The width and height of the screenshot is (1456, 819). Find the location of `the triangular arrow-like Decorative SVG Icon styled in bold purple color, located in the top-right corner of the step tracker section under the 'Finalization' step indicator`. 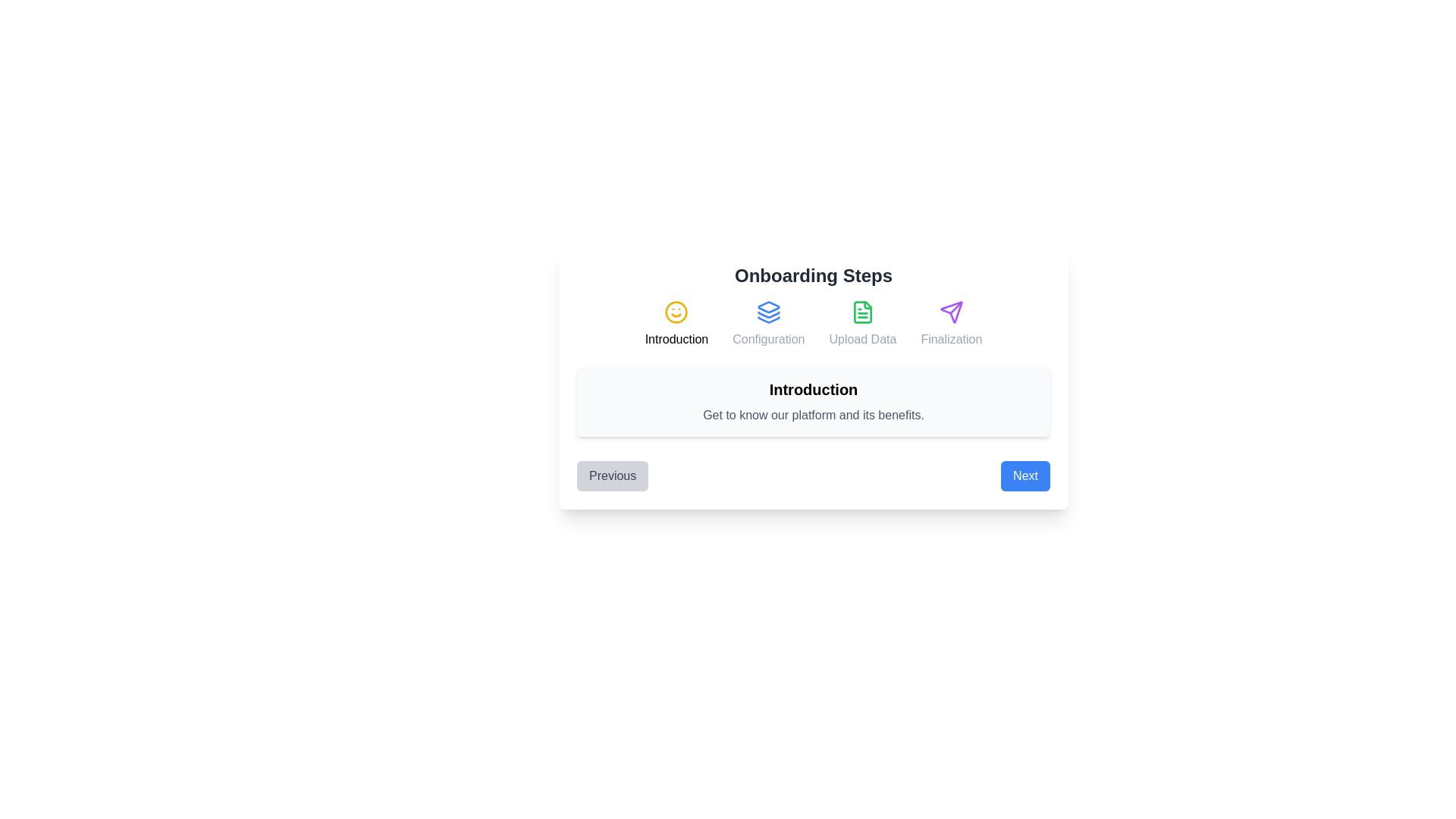

the triangular arrow-like Decorative SVG Icon styled in bold purple color, located in the top-right corner of the step tracker section under the 'Finalization' step indicator is located at coordinates (950, 312).